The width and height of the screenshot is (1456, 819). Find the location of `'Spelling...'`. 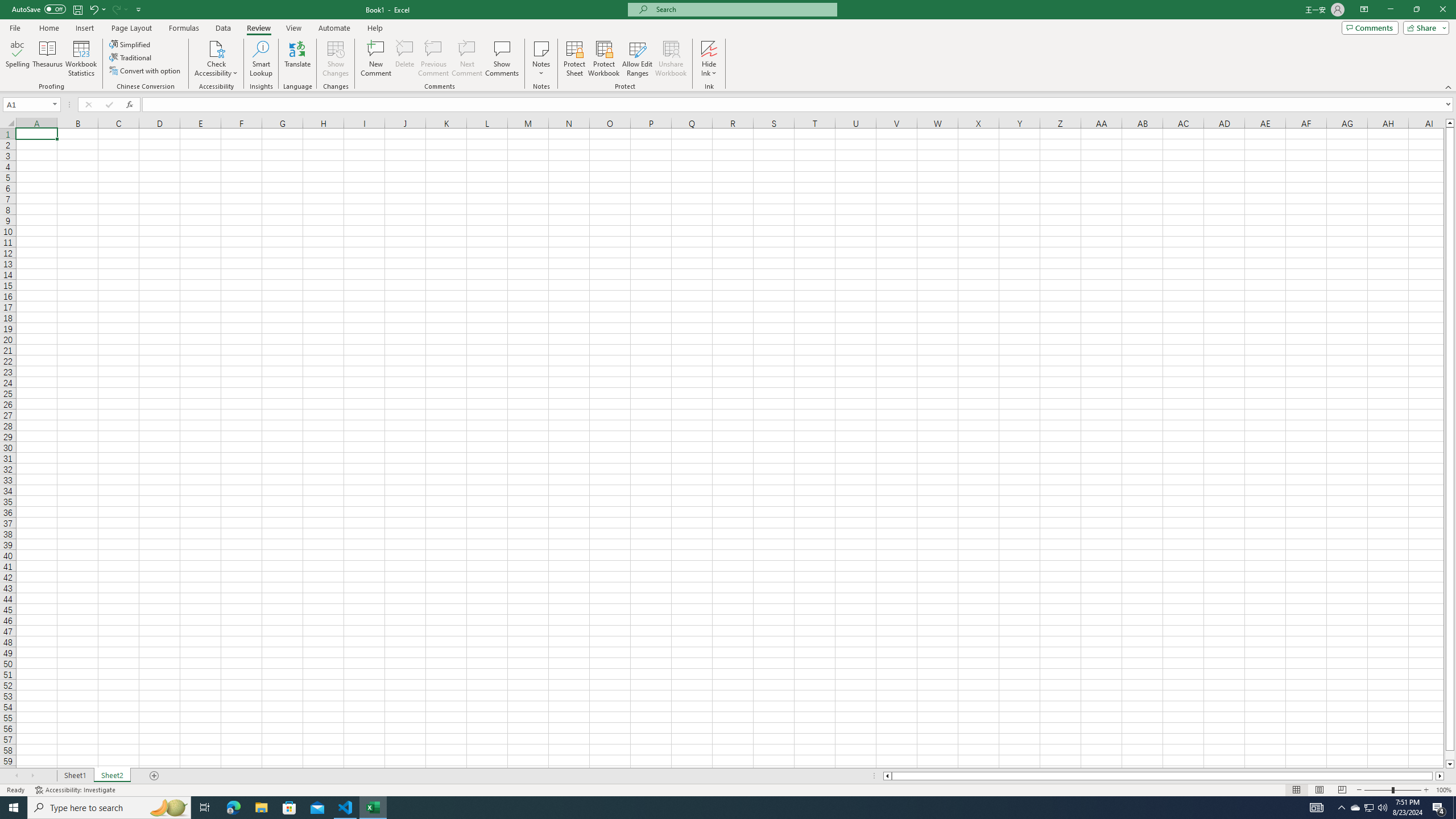

'Spelling...' is located at coordinates (16, 59).